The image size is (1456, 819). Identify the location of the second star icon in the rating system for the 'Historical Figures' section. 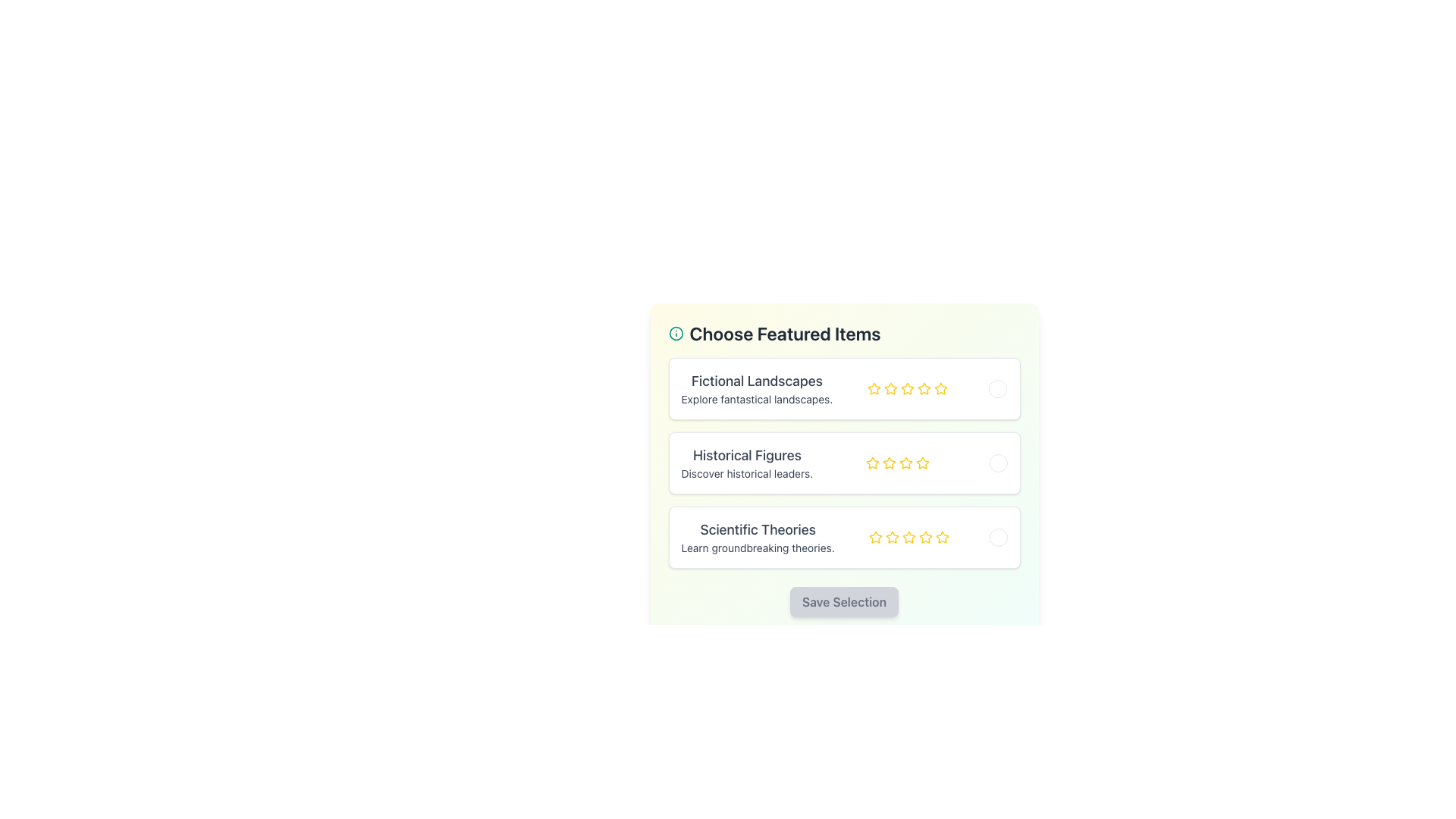
(922, 462).